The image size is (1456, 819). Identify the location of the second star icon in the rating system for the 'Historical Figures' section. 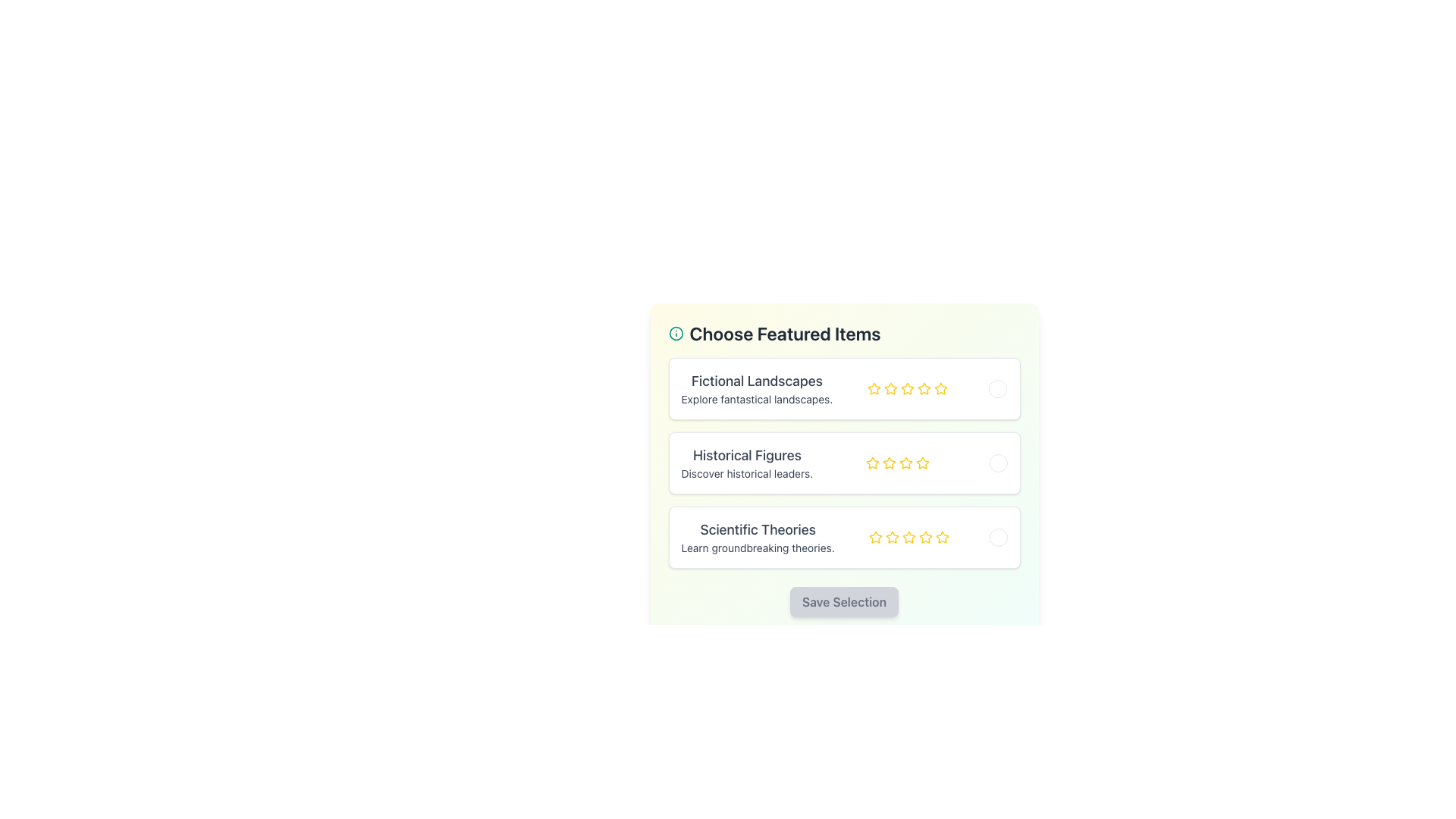
(922, 462).